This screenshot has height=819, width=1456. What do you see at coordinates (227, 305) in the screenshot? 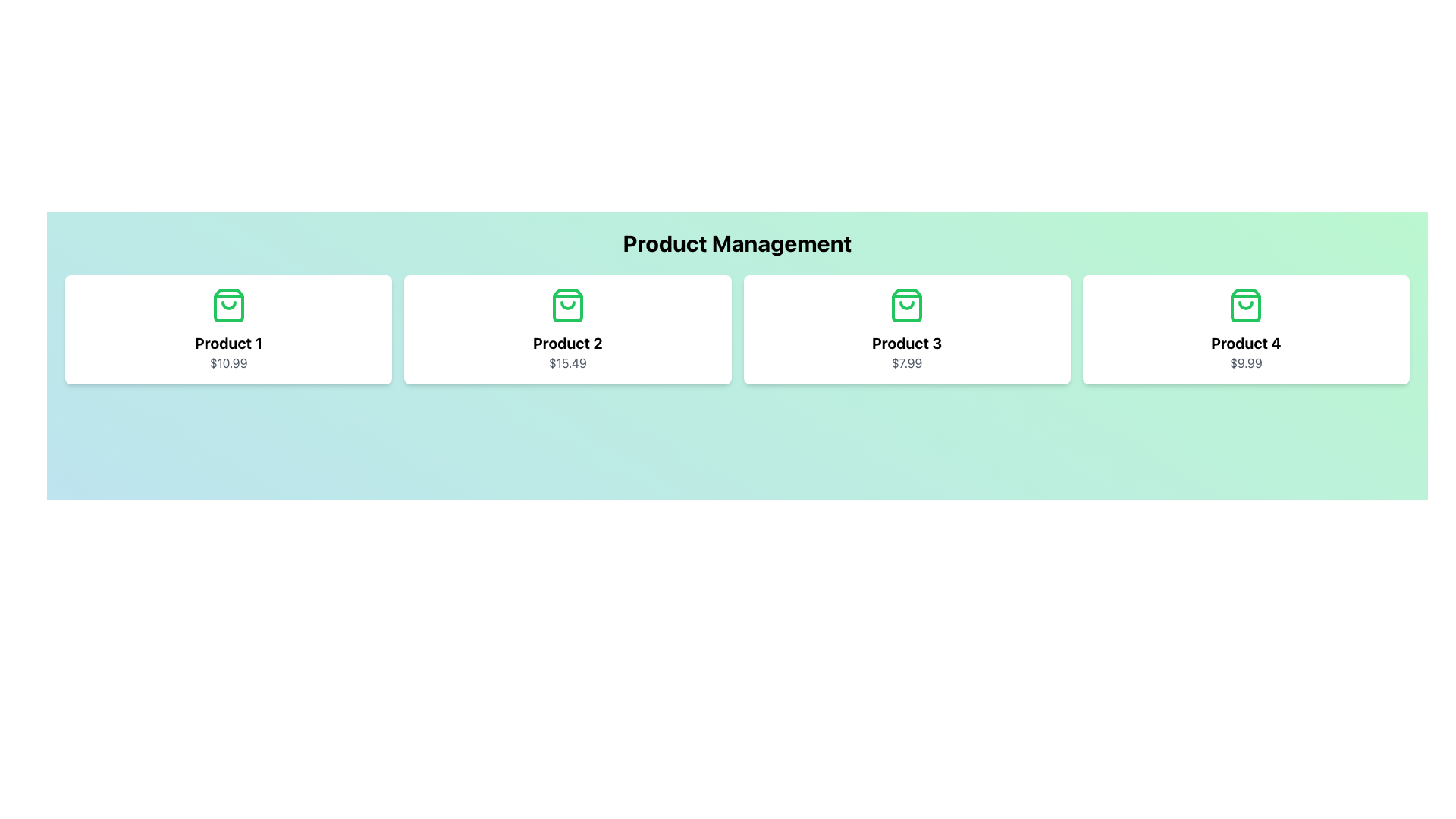
I see `the shopping icon located at the top of the card displaying the product information for 'Product 1' priced at '$10.99'` at bounding box center [227, 305].